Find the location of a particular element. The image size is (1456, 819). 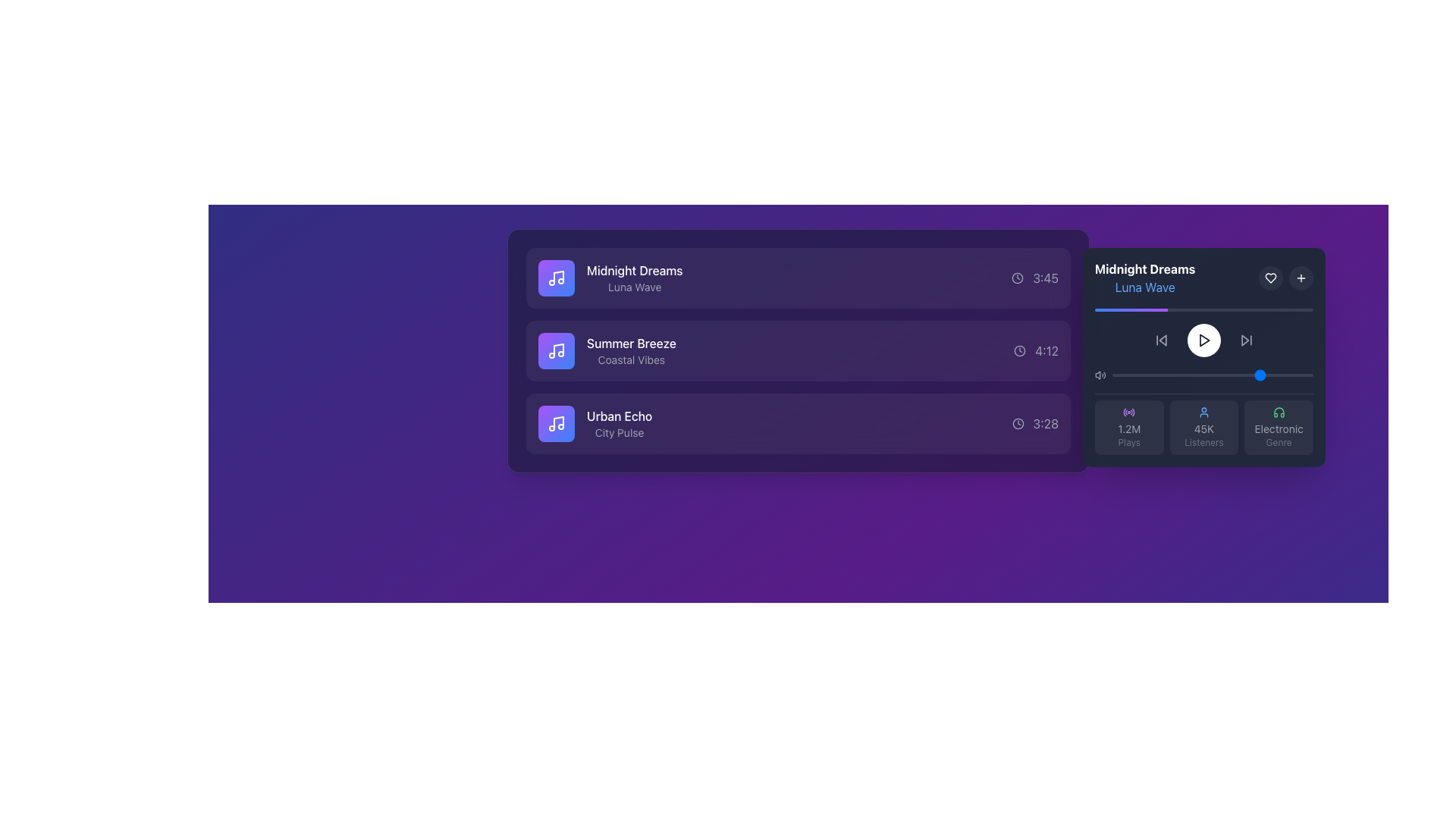

the small heart-shaped icon with a stroke outline, located in the top-right section of the dark-themed information panel, next to the title 'Midnight Dreams' is located at coordinates (1270, 278).